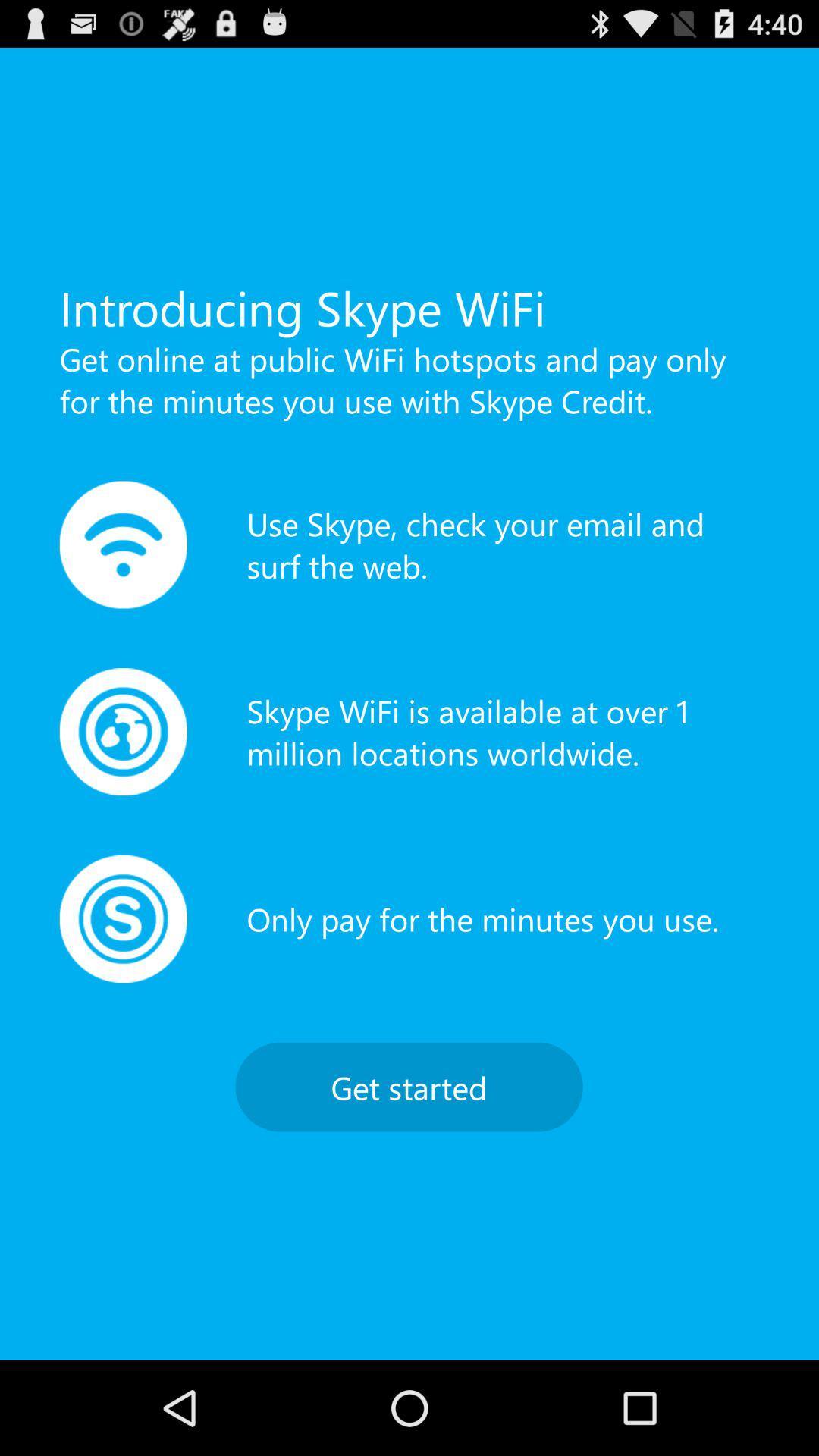 The image size is (819, 1456). What do you see at coordinates (408, 1086) in the screenshot?
I see `icon below the only pay for` at bounding box center [408, 1086].